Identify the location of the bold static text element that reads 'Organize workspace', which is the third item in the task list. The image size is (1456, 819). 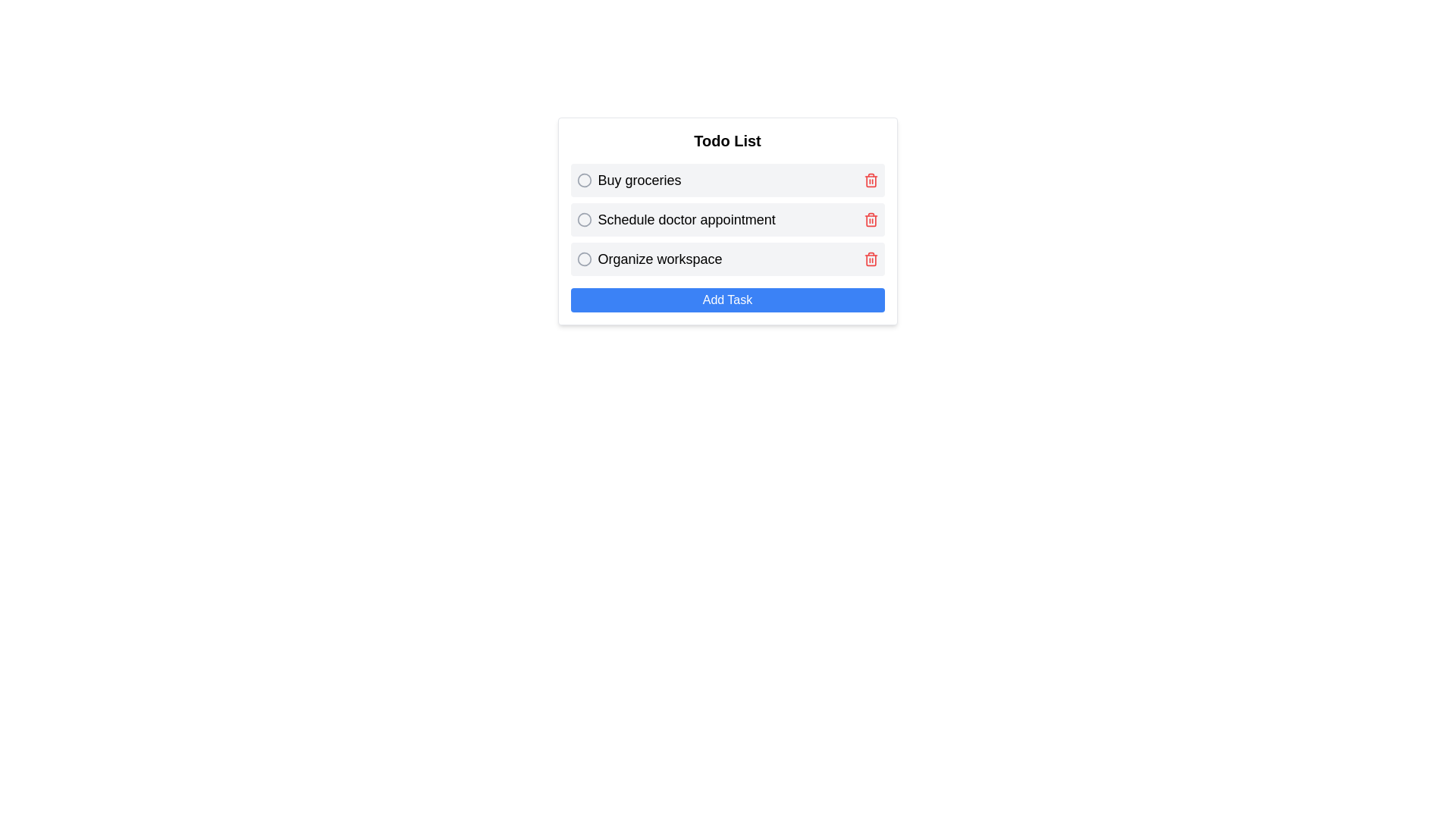
(660, 259).